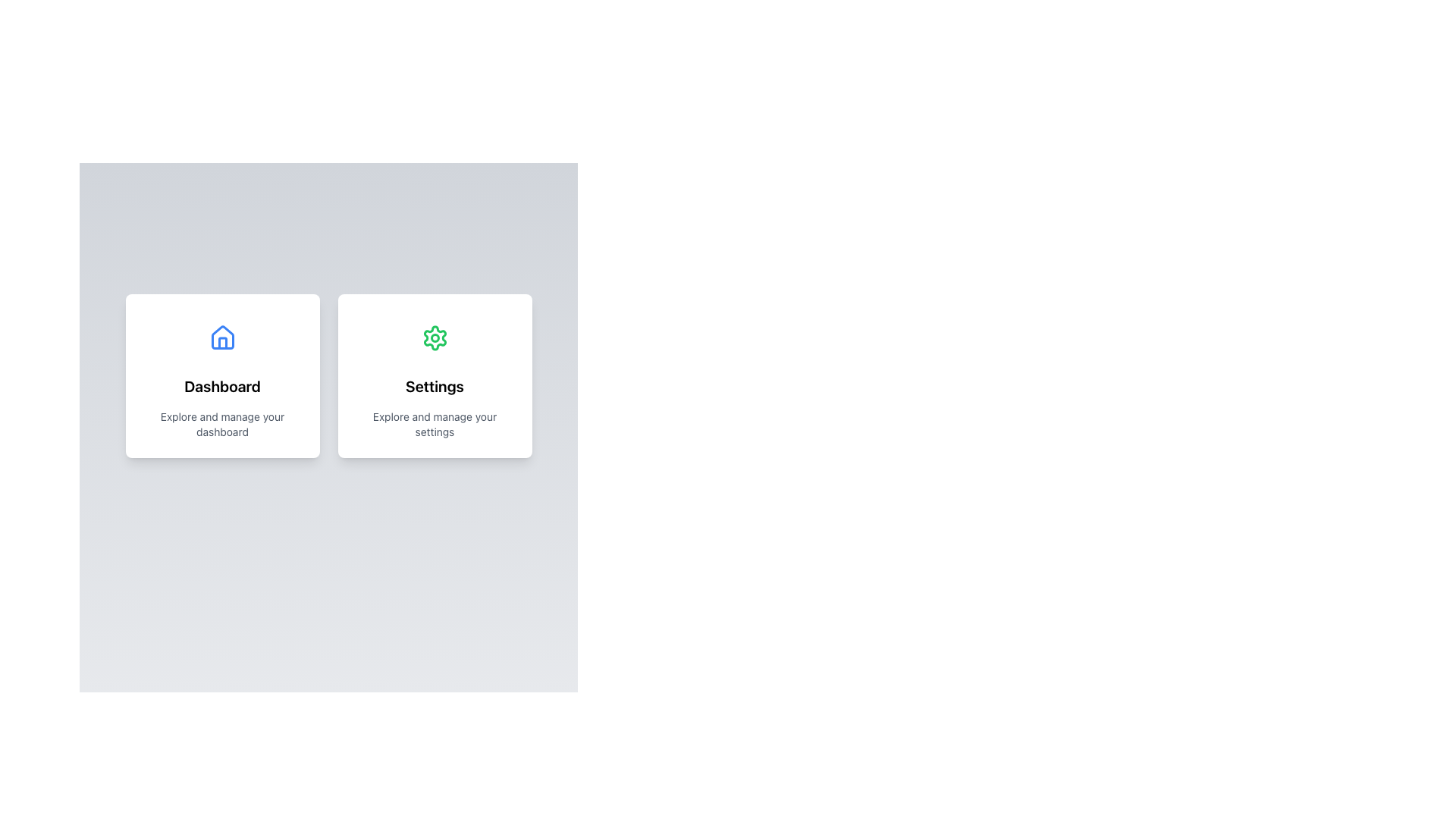  What do you see at coordinates (221, 337) in the screenshot?
I see `the Dashboard icon located at the upper section of the Dashboard card, which assists in identifying the related functionality` at bounding box center [221, 337].